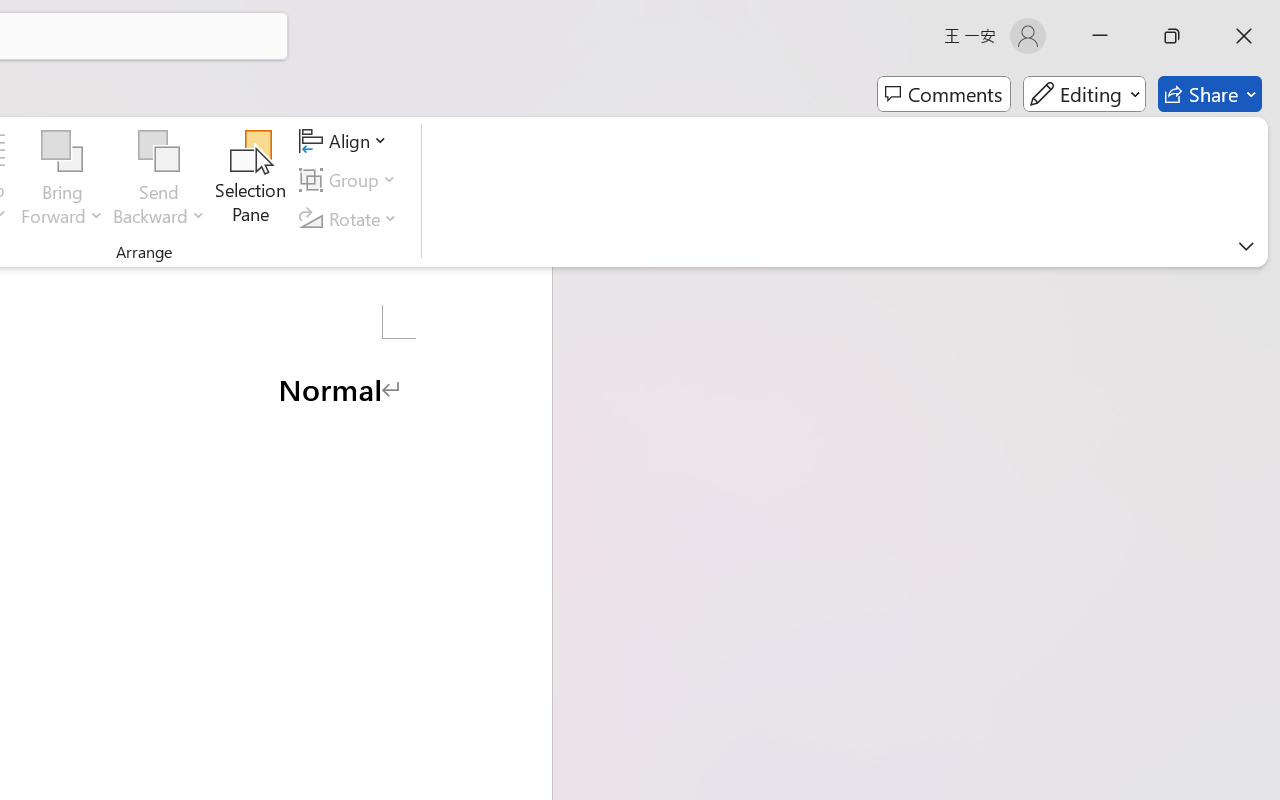 Image resolution: width=1280 pixels, height=800 pixels. Describe the element at coordinates (346, 141) in the screenshot. I see `'Align'` at that location.